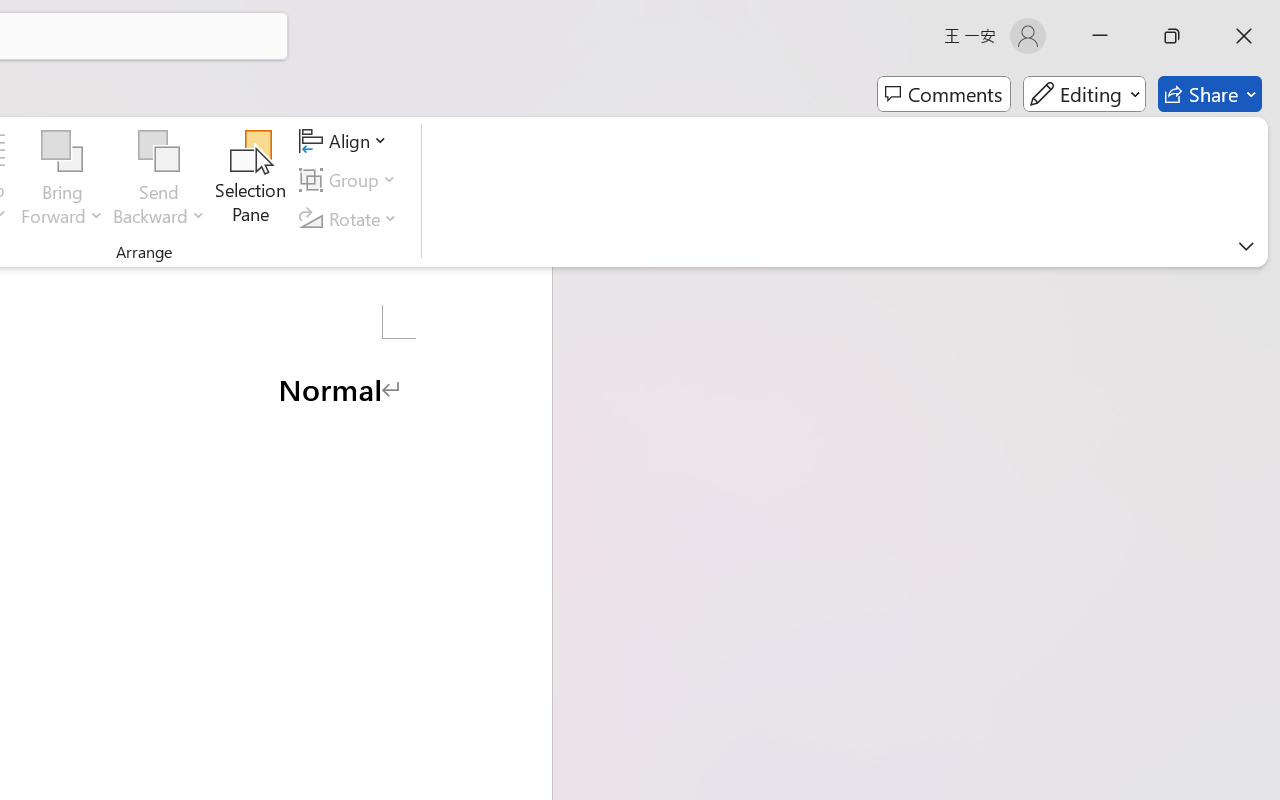 Image resolution: width=1280 pixels, height=800 pixels. Describe the element at coordinates (346, 141) in the screenshot. I see `'Align'` at that location.